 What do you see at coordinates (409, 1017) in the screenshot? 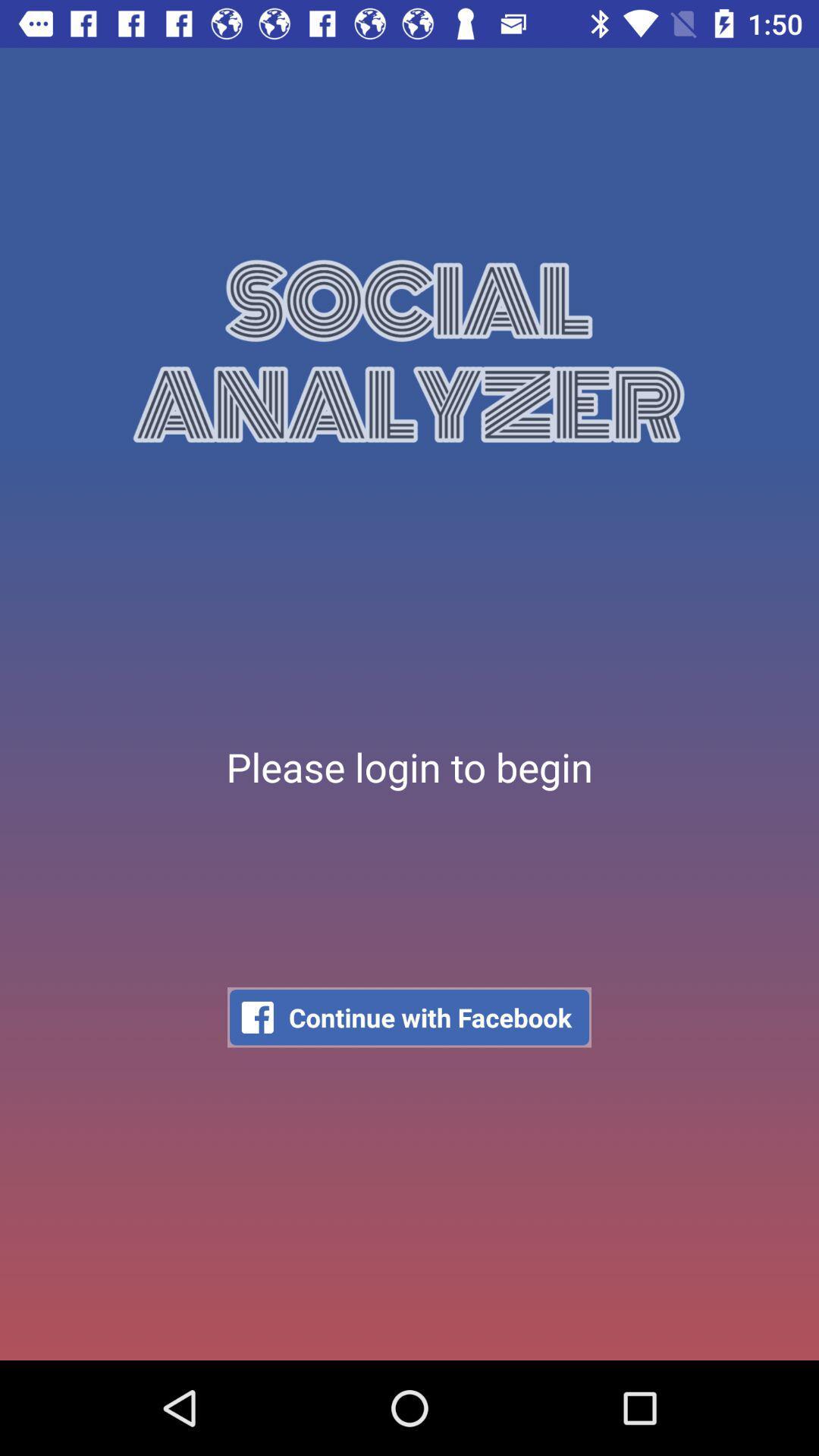
I see `item below please login to item` at bounding box center [409, 1017].